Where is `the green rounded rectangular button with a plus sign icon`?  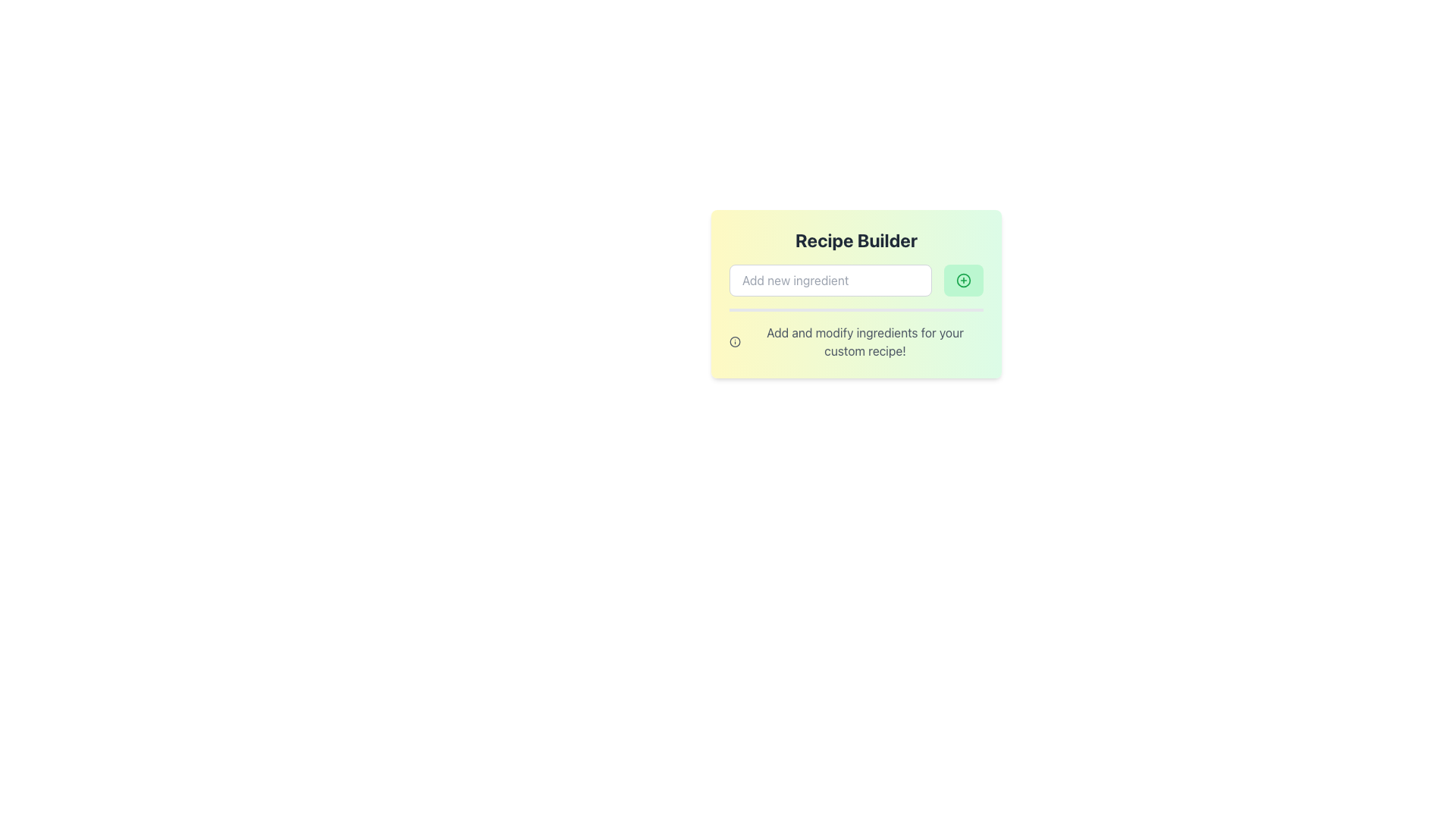 the green rounded rectangular button with a plus sign icon is located at coordinates (963, 281).